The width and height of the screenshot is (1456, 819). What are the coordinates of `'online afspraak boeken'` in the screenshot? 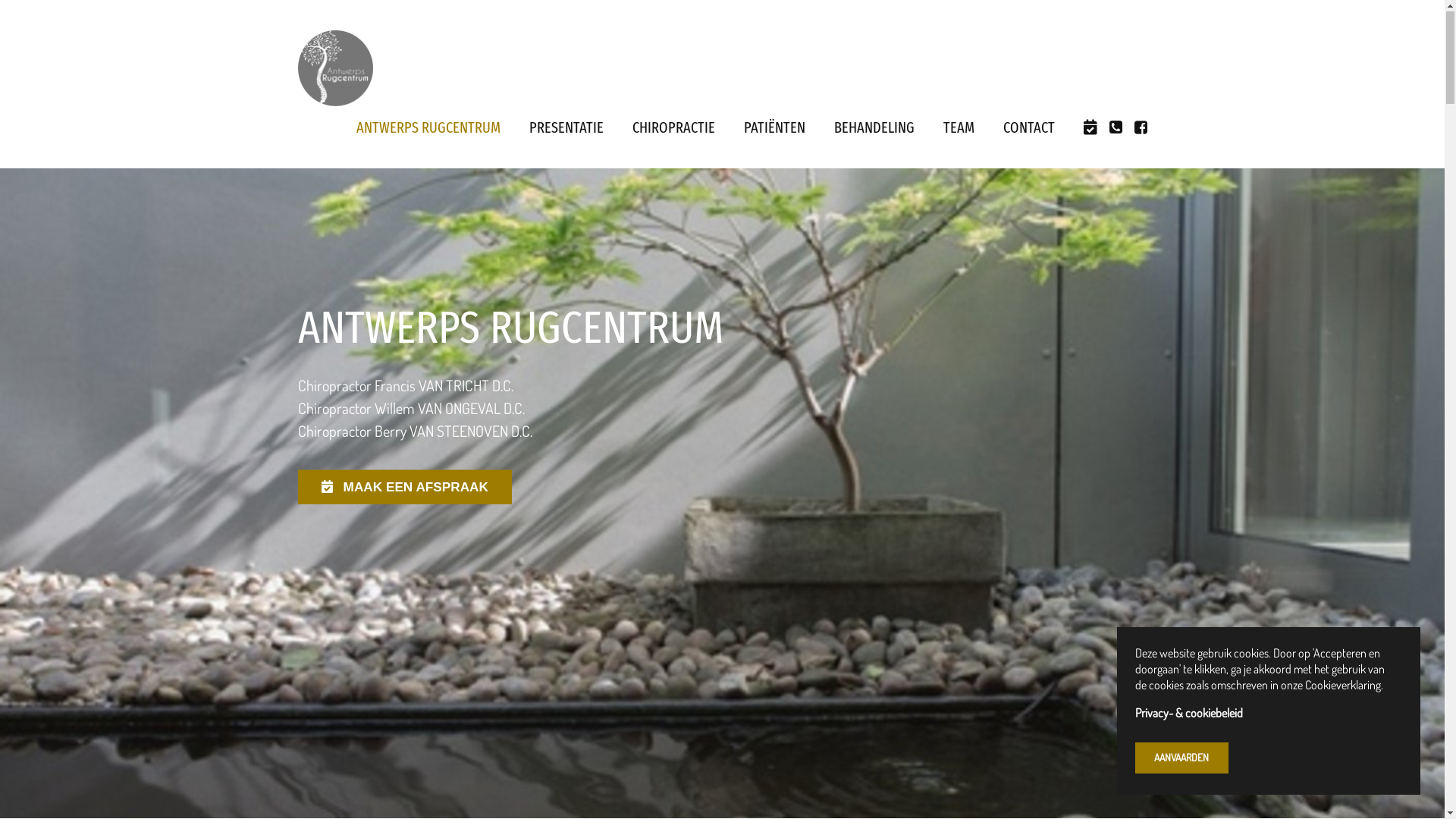 It's located at (1088, 127).